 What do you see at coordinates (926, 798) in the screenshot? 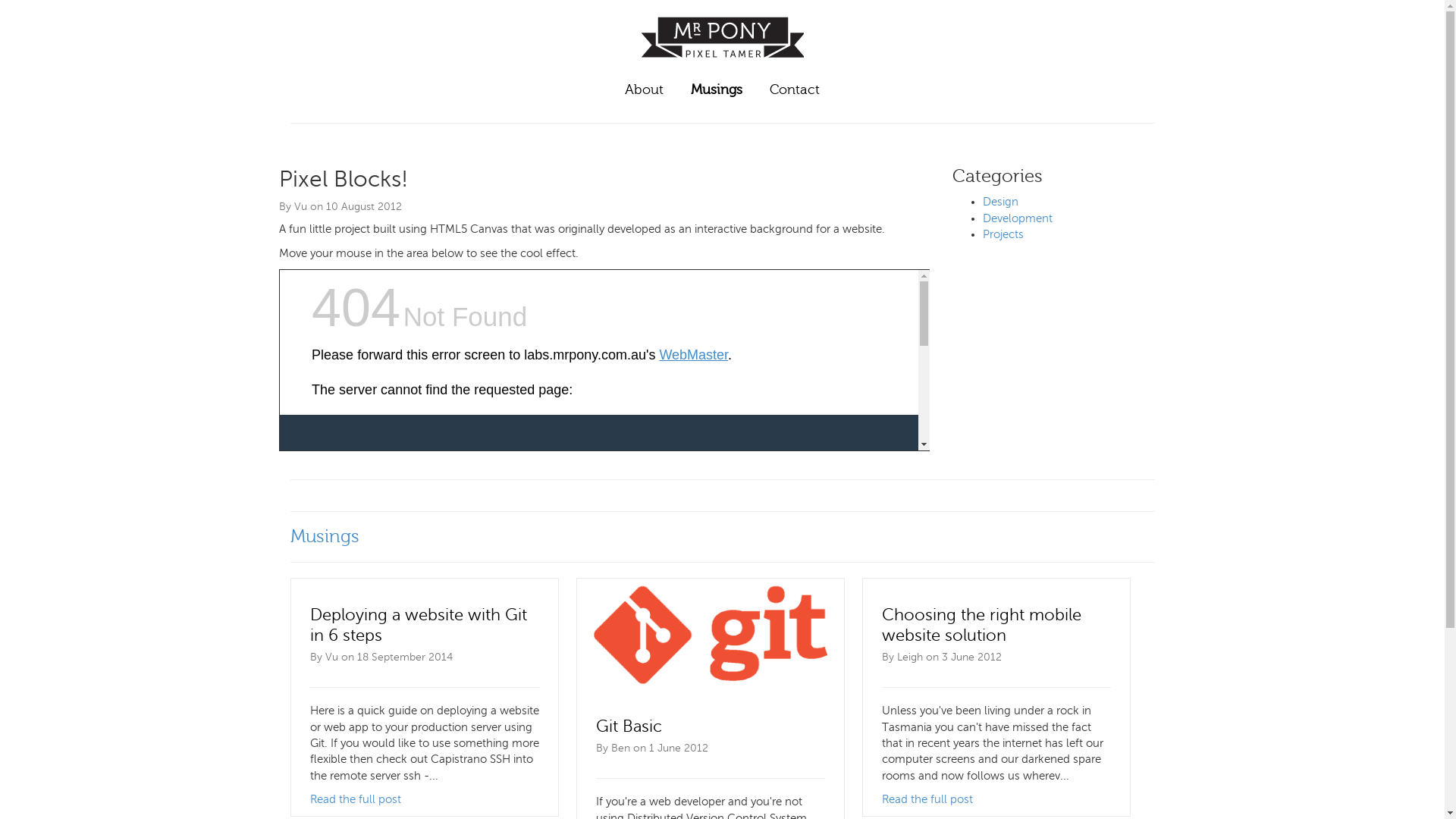
I see `'Read the full post'` at bounding box center [926, 798].